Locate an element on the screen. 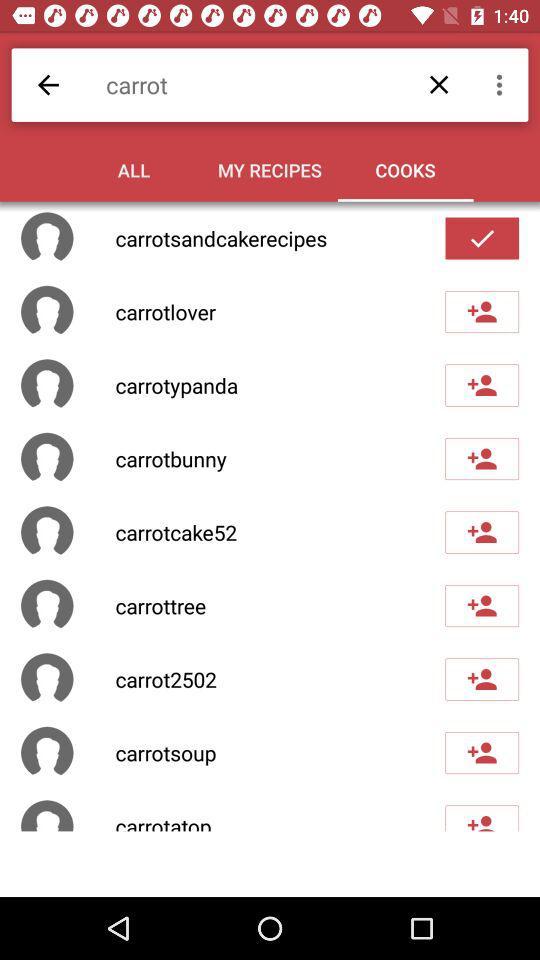 The width and height of the screenshot is (540, 960). this contact is located at coordinates (481, 818).